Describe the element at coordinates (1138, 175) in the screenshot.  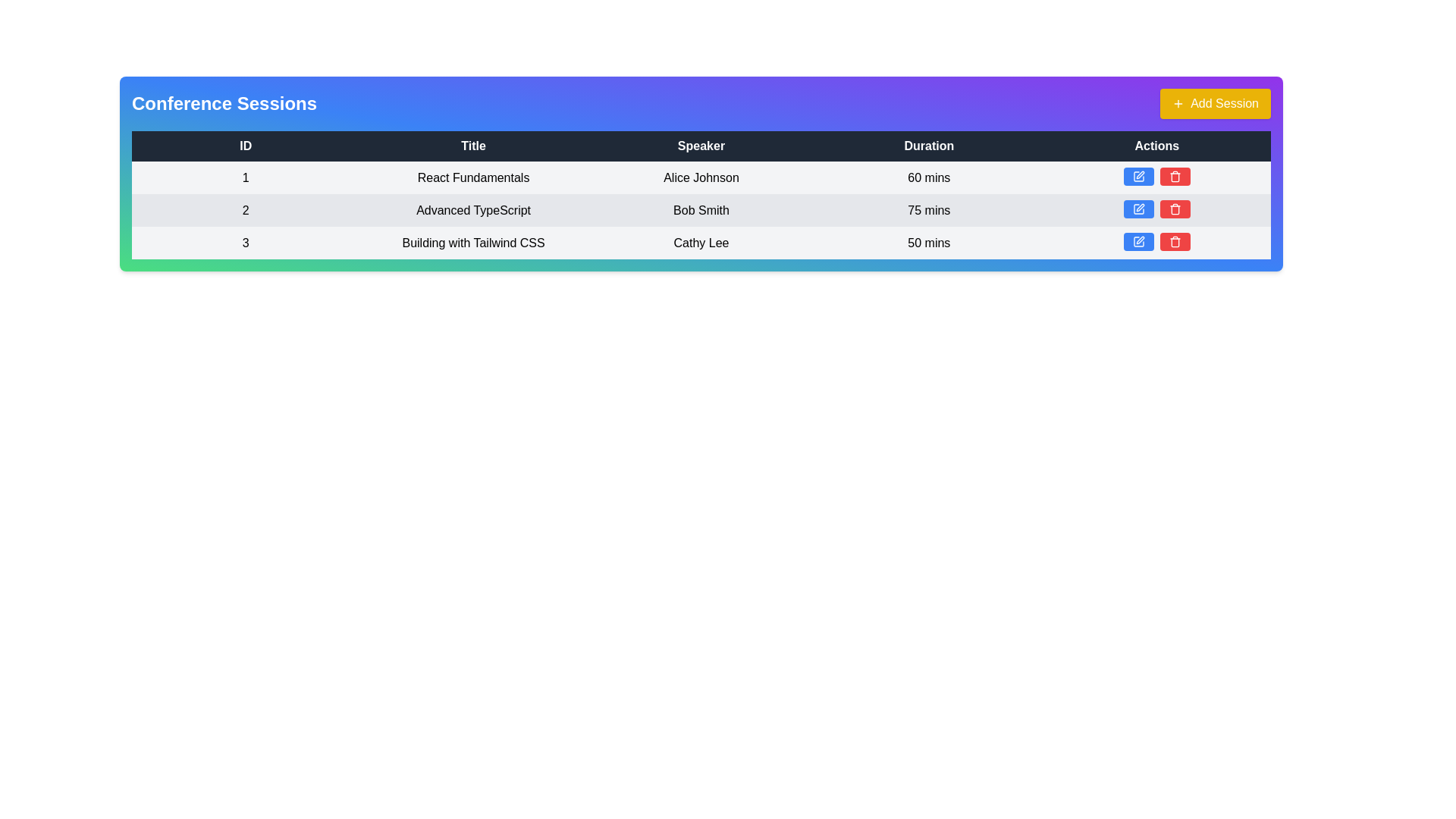
I see `the edit icon button in the 'Actions' column of the data table row for the conference session titled 'React Fundamentals'` at that location.